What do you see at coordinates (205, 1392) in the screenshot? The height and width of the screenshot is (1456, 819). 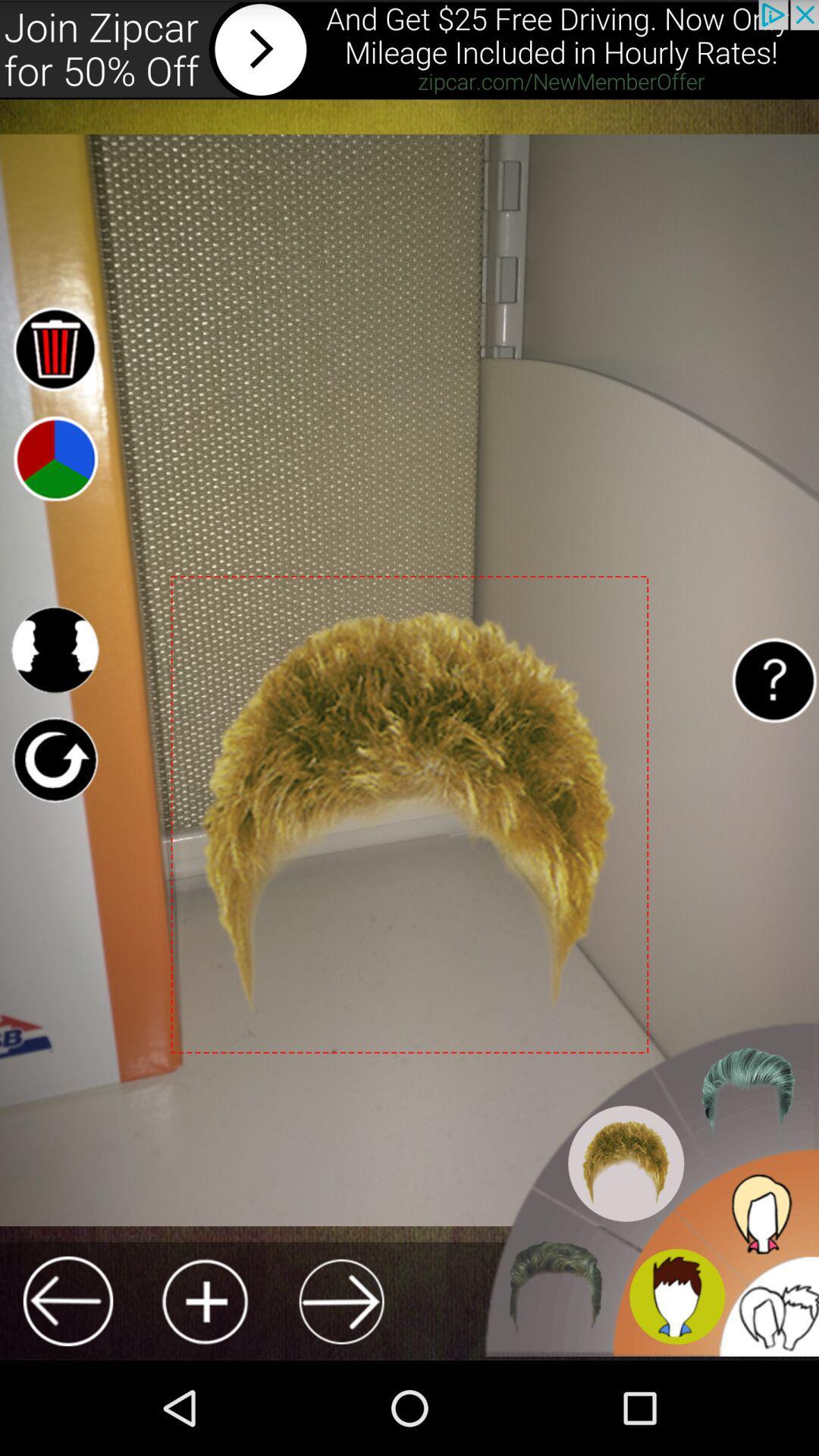 I see `the add icon` at bounding box center [205, 1392].